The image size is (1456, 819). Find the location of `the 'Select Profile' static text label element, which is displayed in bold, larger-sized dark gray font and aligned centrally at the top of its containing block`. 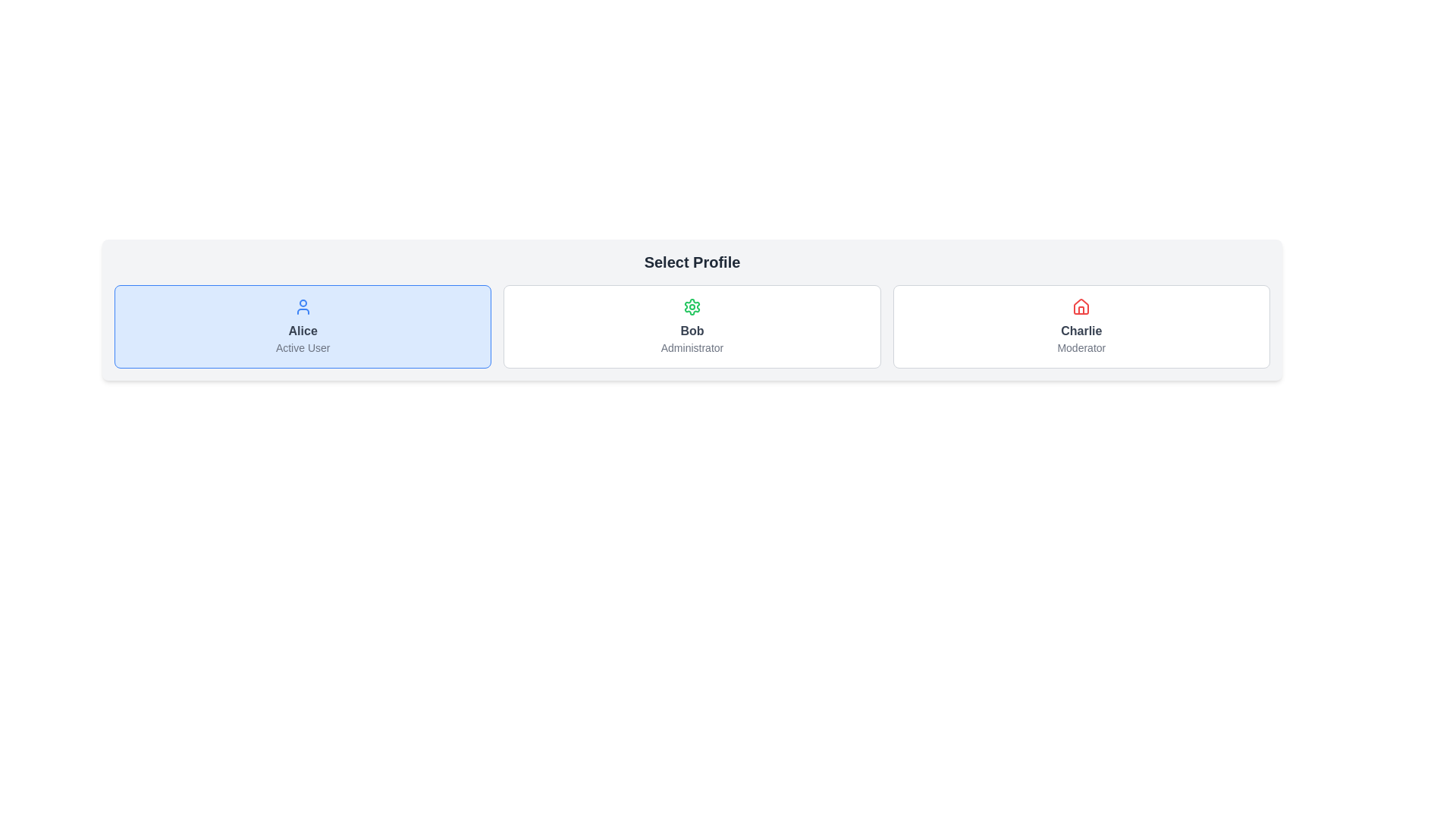

the 'Select Profile' static text label element, which is displayed in bold, larger-sized dark gray font and aligned centrally at the top of its containing block is located at coordinates (691, 262).